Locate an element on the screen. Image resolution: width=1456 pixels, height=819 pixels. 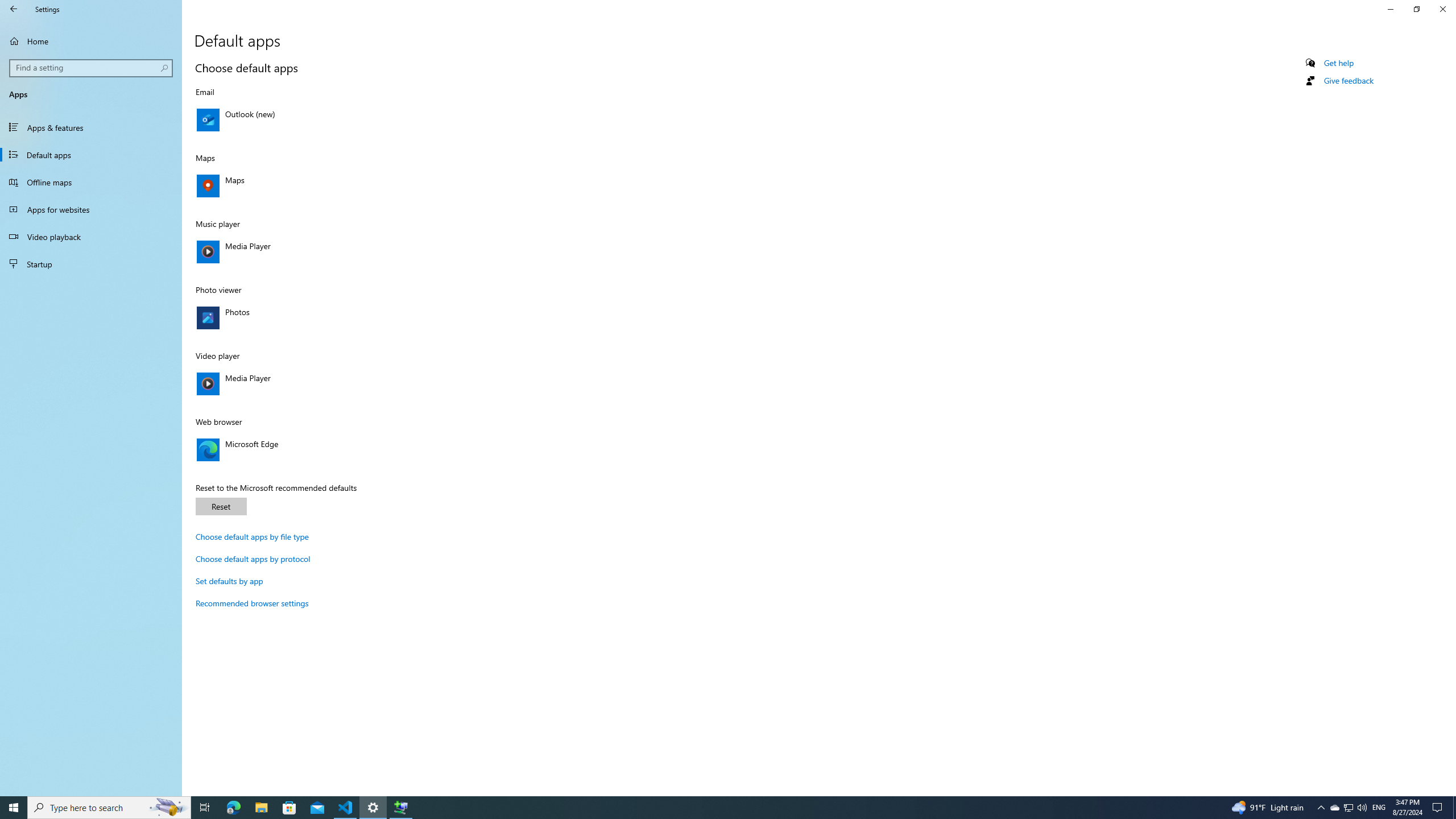
'Restore Settings' is located at coordinates (1416, 9).